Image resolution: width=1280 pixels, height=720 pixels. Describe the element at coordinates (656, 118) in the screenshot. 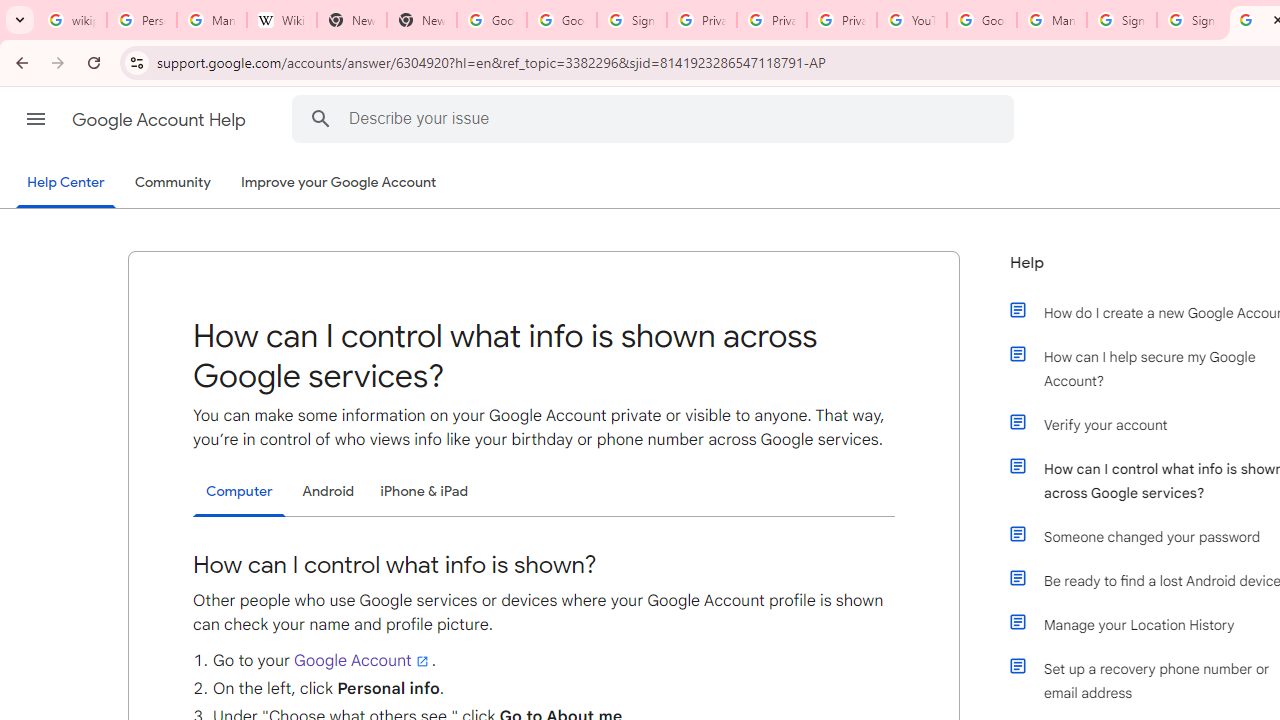

I see `'Describe your issue'` at that location.